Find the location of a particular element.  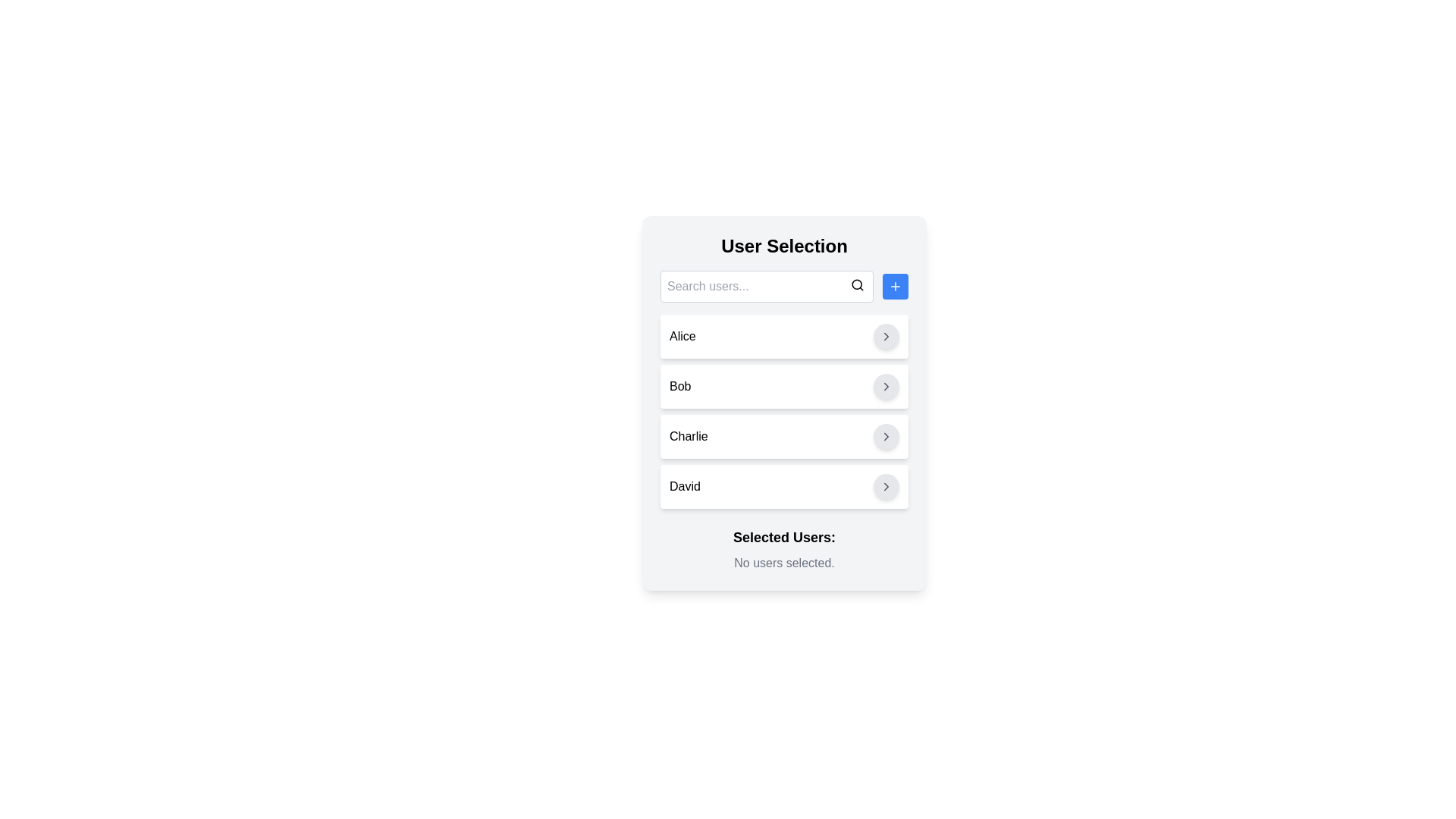

the chevron icon next to 'David' in the user selection list is located at coordinates (886, 486).